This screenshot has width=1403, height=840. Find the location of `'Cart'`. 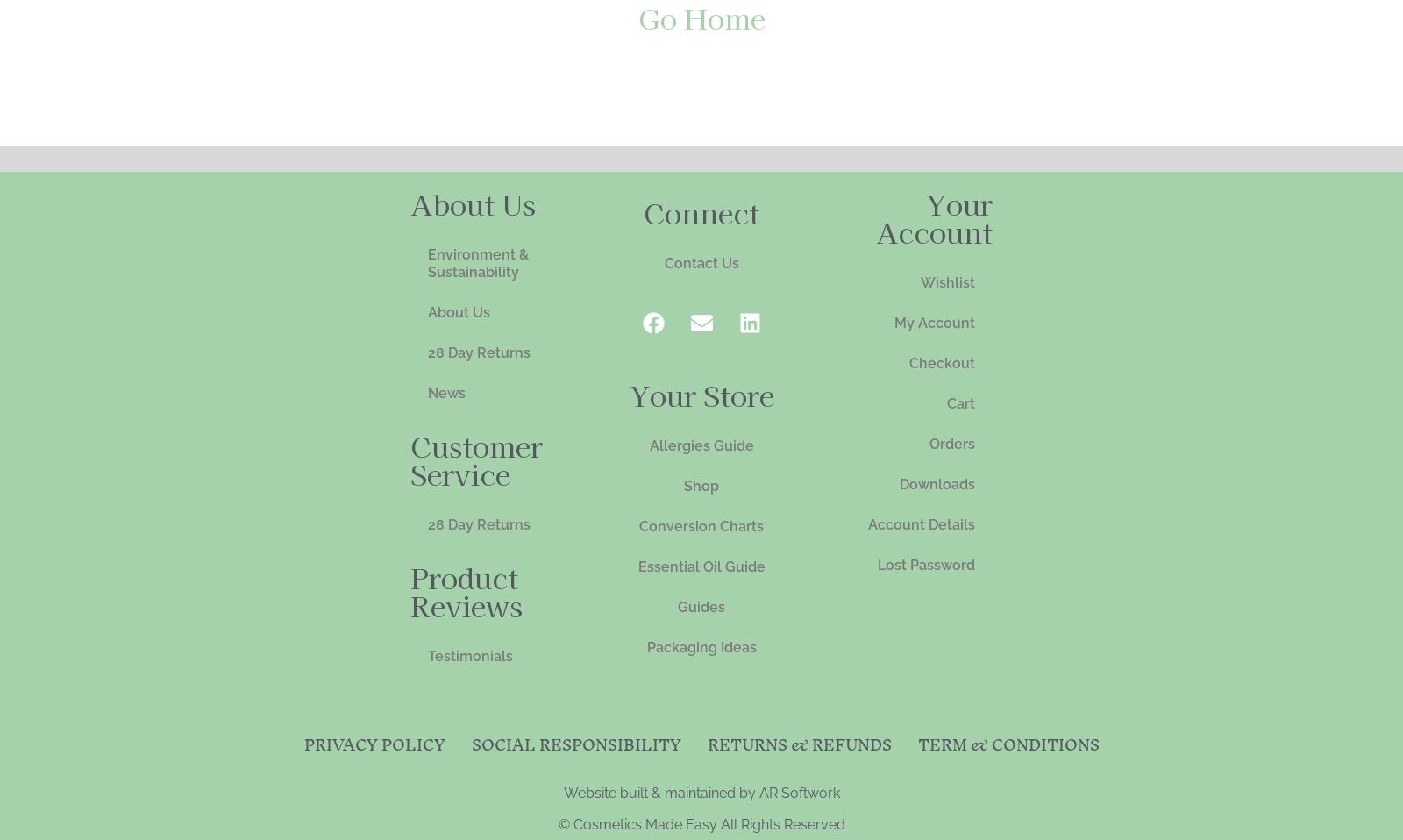

'Cart' is located at coordinates (961, 402).